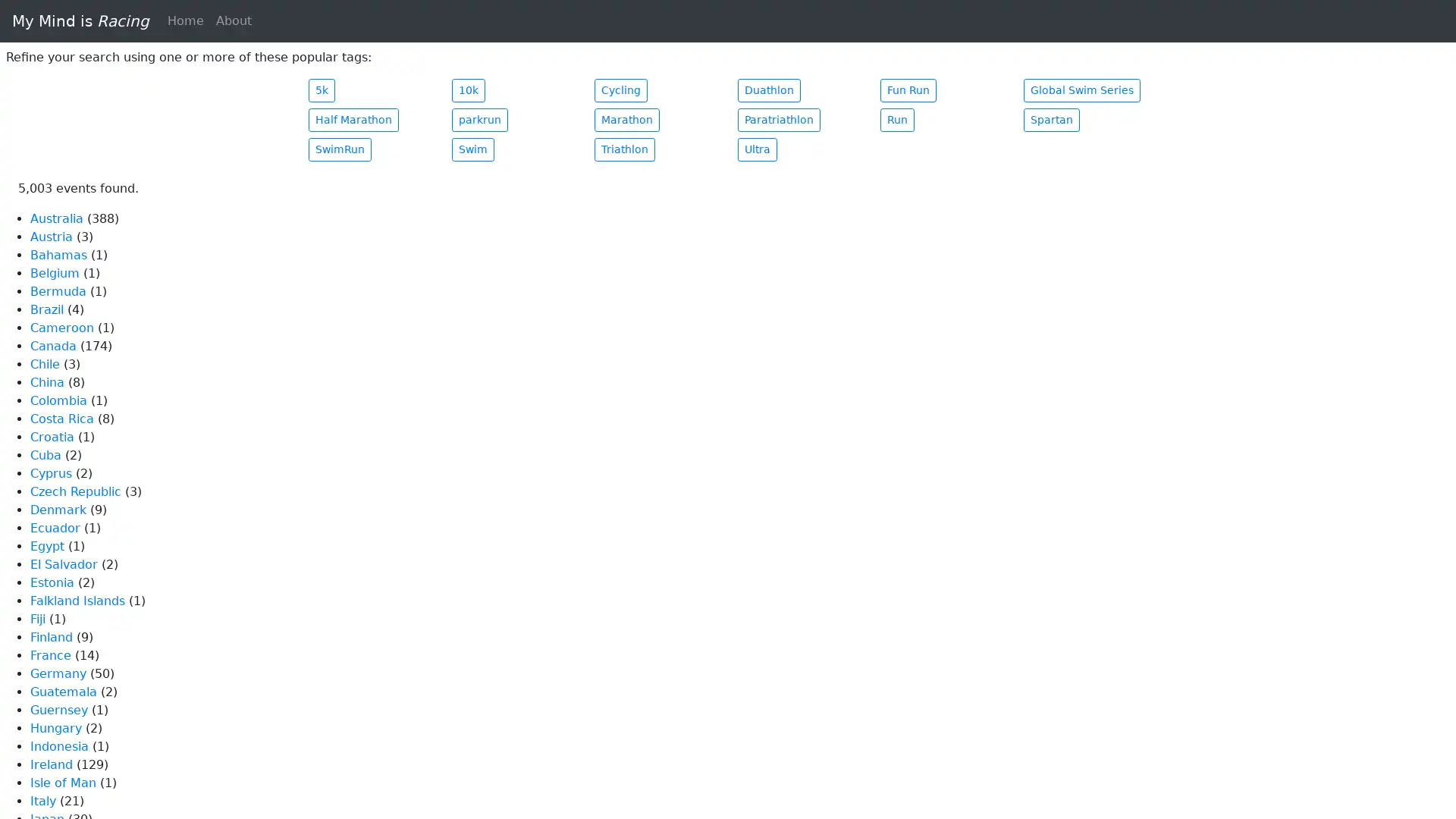 The height and width of the screenshot is (819, 1456). What do you see at coordinates (621, 90) in the screenshot?
I see `Cycling` at bounding box center [621, 90].